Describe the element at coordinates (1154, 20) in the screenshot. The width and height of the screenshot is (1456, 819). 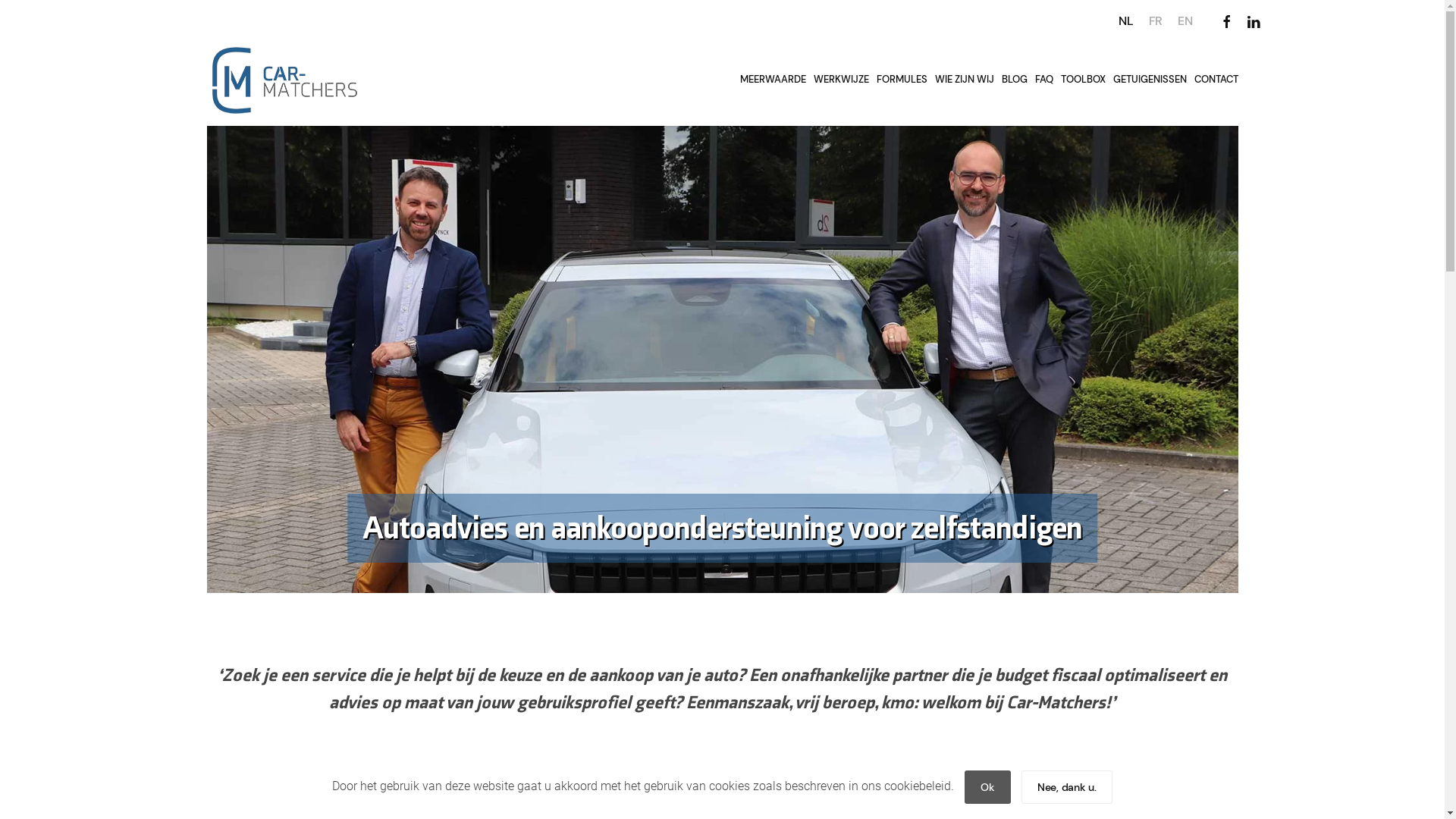
I see `'FR'` at that location.